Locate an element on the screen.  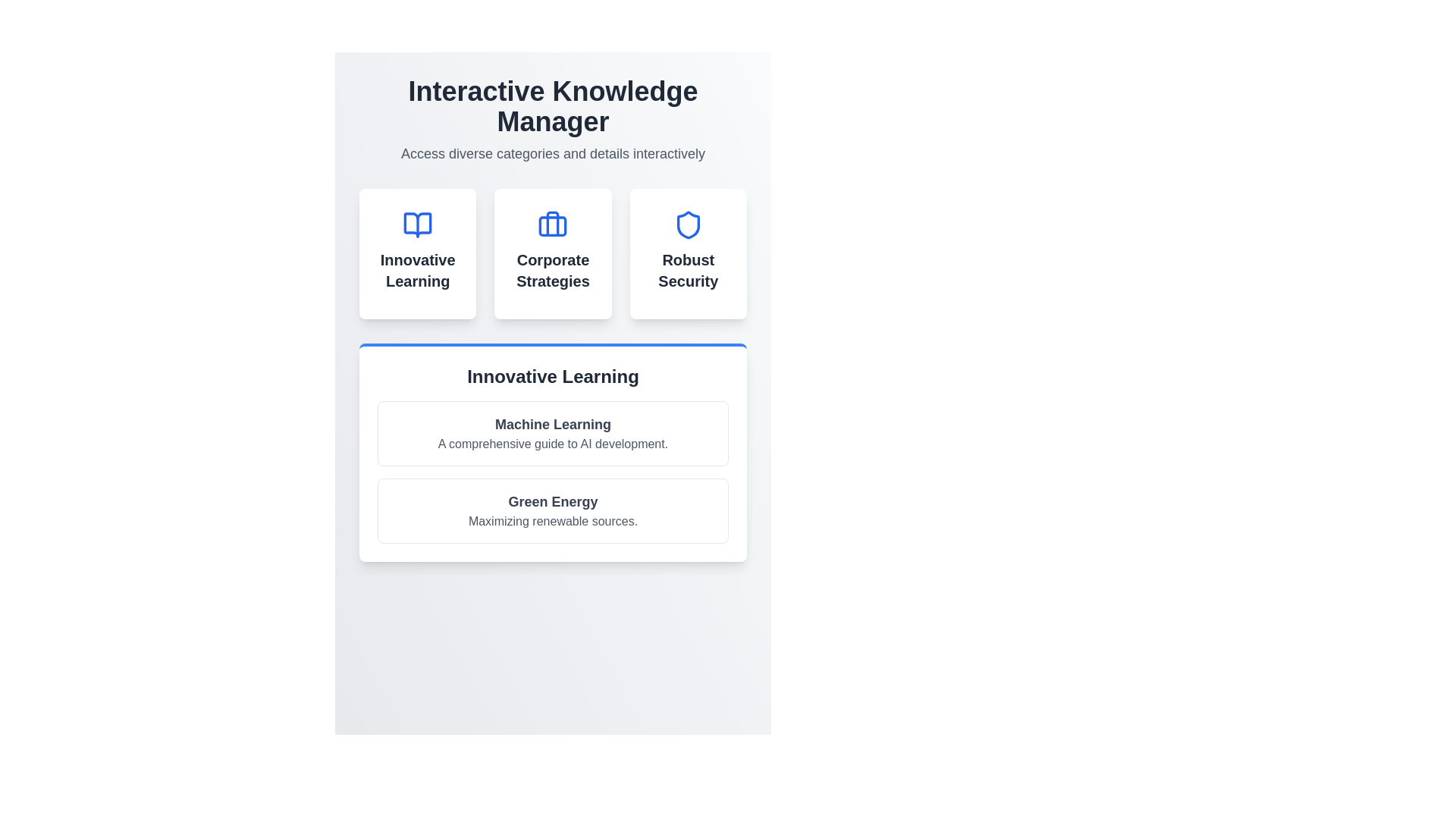
the descriptive subtitle located immediately below the heading 'Machine Learning' within the bordered and rounded rectangular card is located at coordinates (552, 444).